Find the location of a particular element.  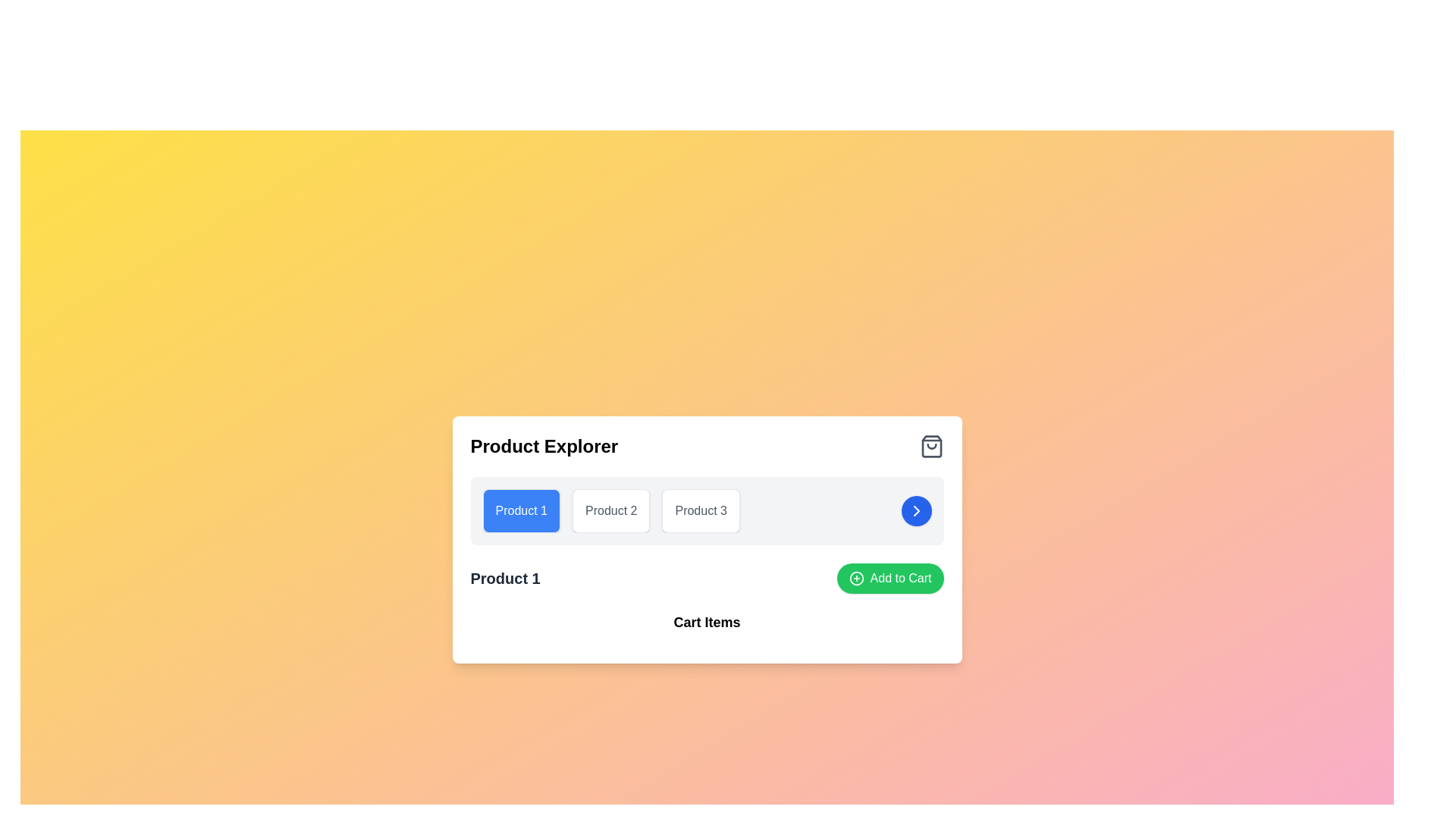

the button that adds 'Product 1' to the shopping cart is located at coordinates (890, 579).